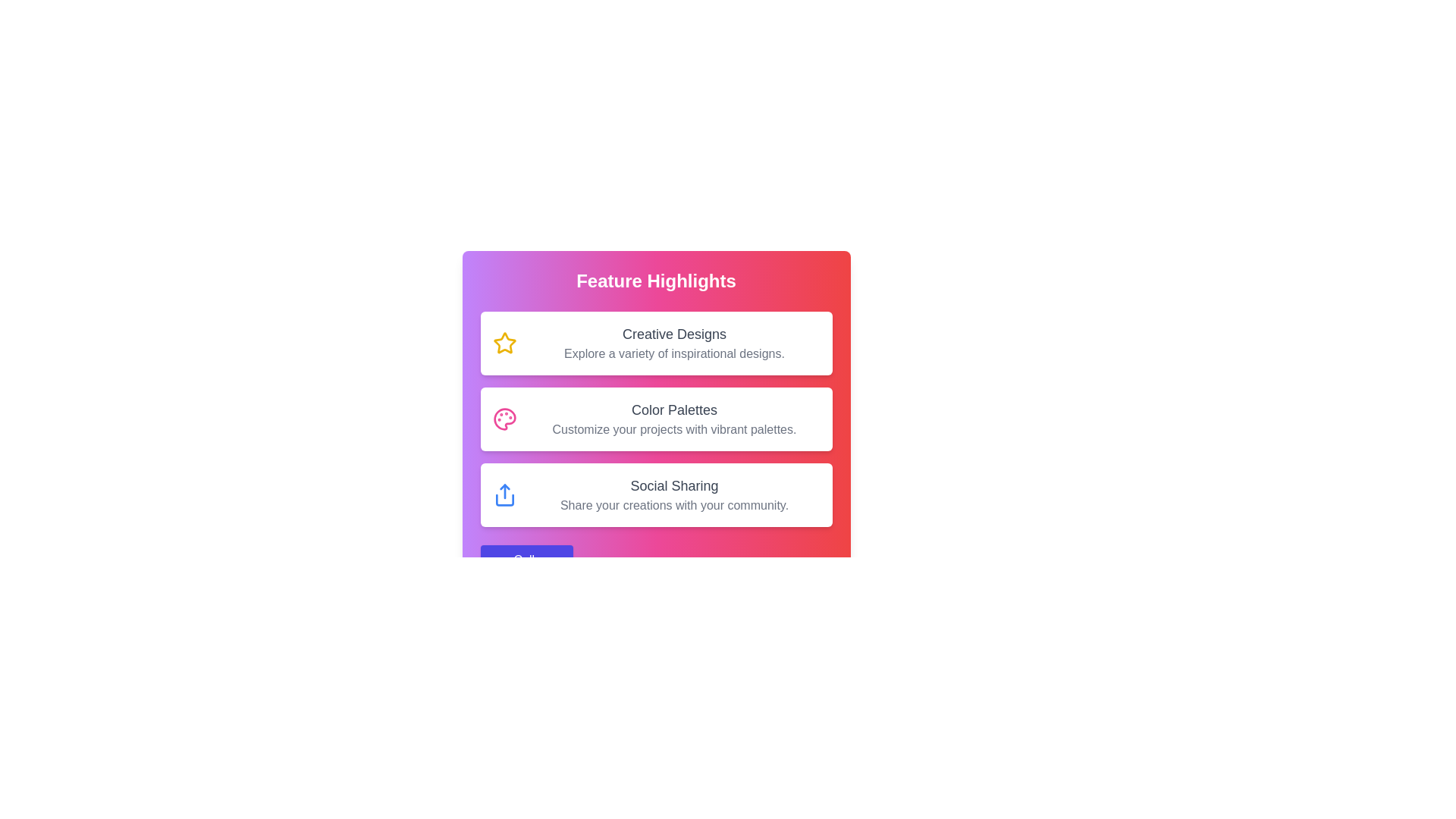 The width and height of the screenshot is (1456, 819). I want to click on the decorative icon representing 'Creative Designs' located at the top-left corner of the content card, so click(504, 343).